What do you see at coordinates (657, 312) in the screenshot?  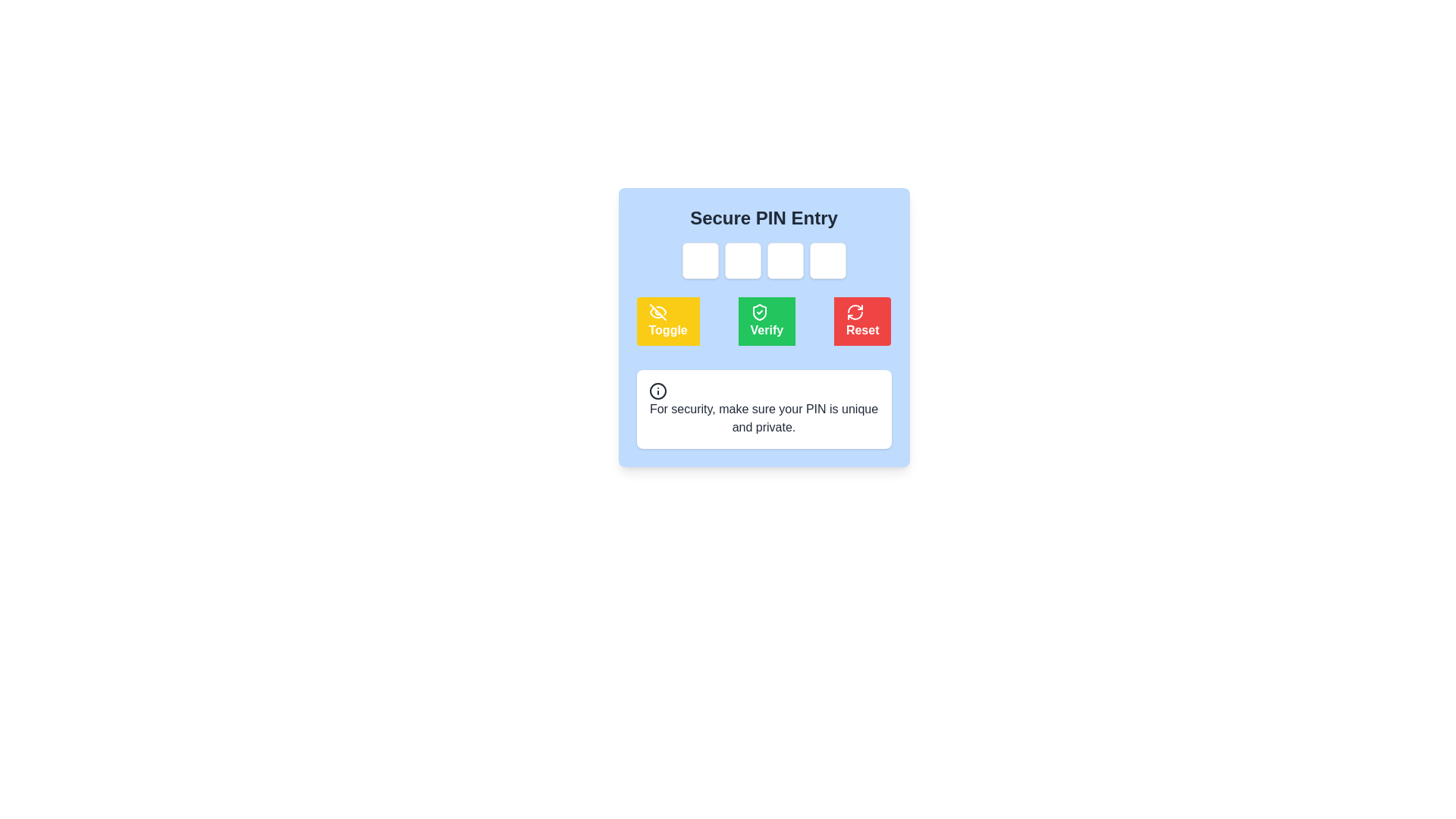 I see `the toggle button icon that resembles a diagonal line cross stroke, located` at bounding box center [657, 312].